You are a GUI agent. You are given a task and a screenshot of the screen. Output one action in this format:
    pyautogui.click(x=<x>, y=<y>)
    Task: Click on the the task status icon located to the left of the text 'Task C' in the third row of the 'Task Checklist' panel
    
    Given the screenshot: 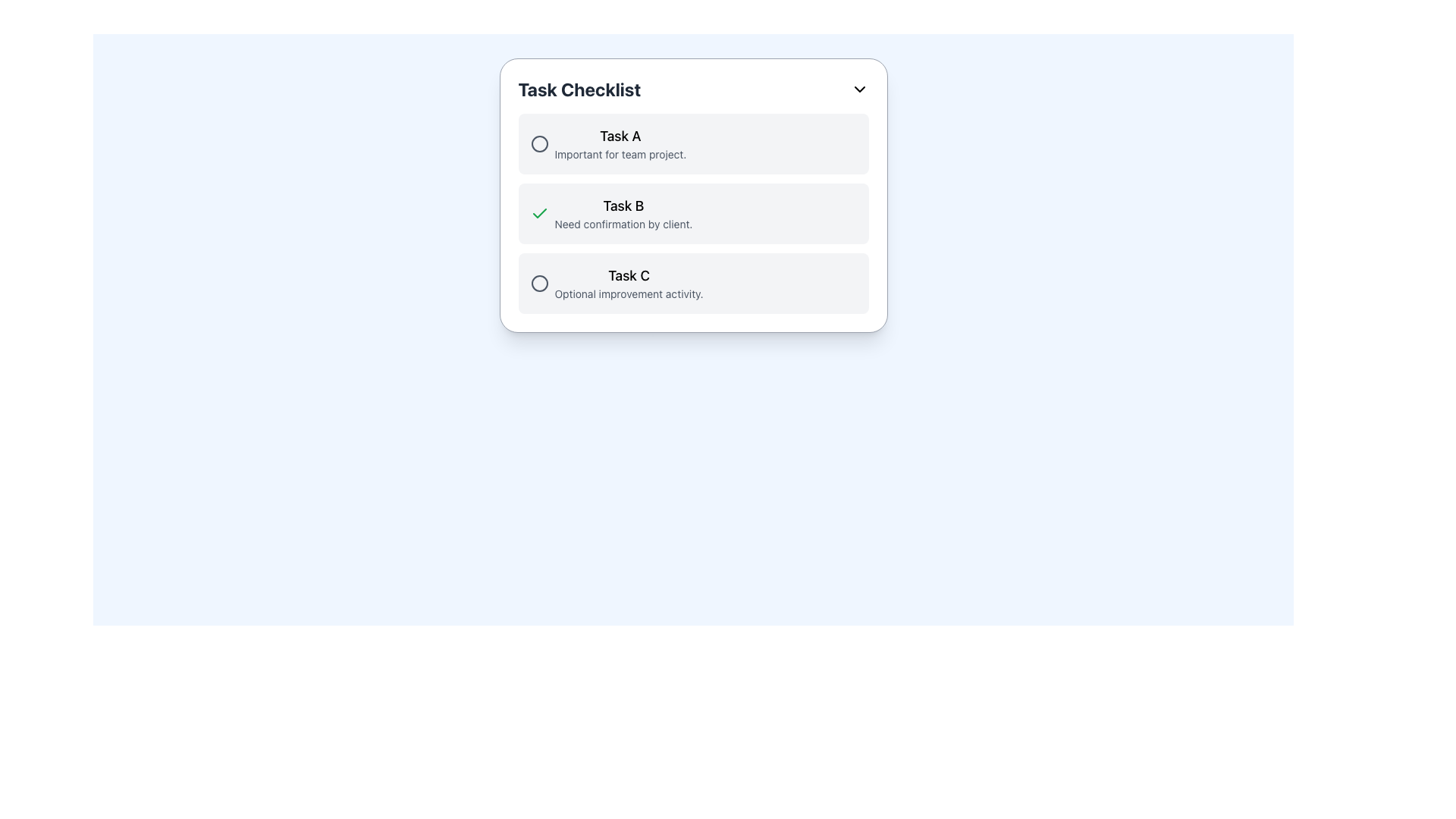 What is the action you would take?
    pyautogui.click(x=539, y=284)
    